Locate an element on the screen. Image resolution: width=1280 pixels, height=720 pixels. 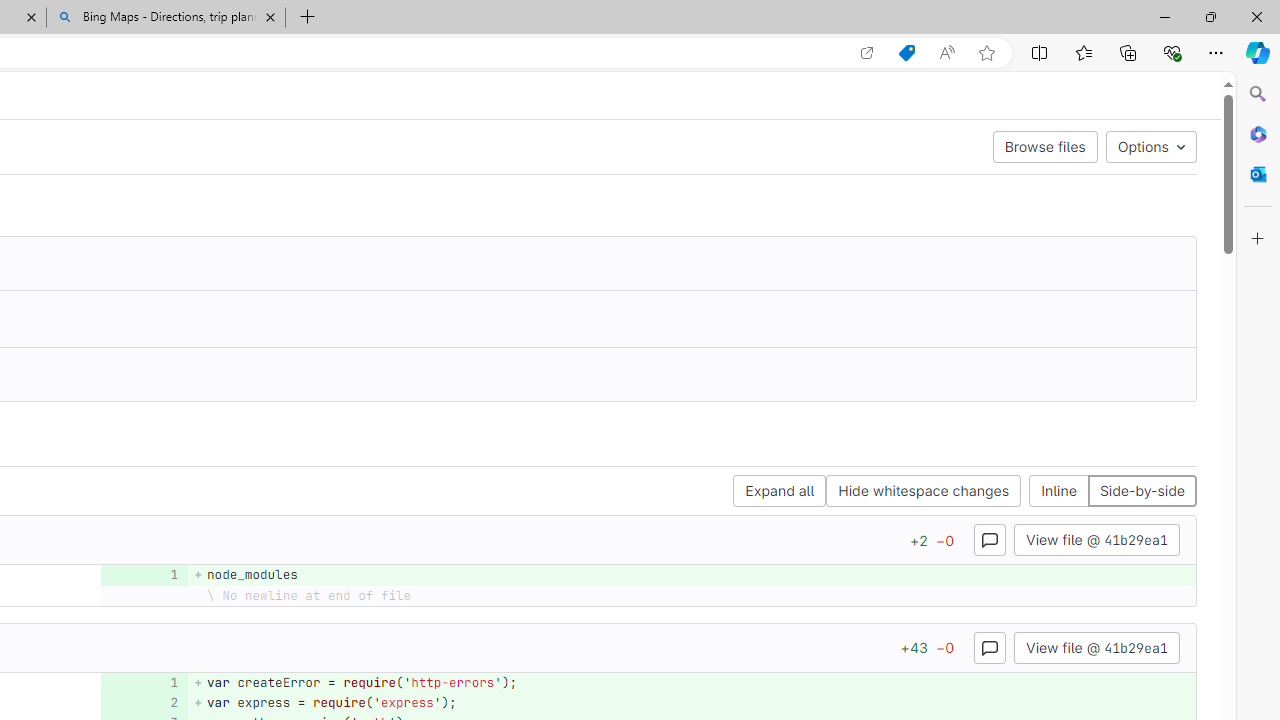
'Add a comment to this line 2' is located at coordinates (143, 701).